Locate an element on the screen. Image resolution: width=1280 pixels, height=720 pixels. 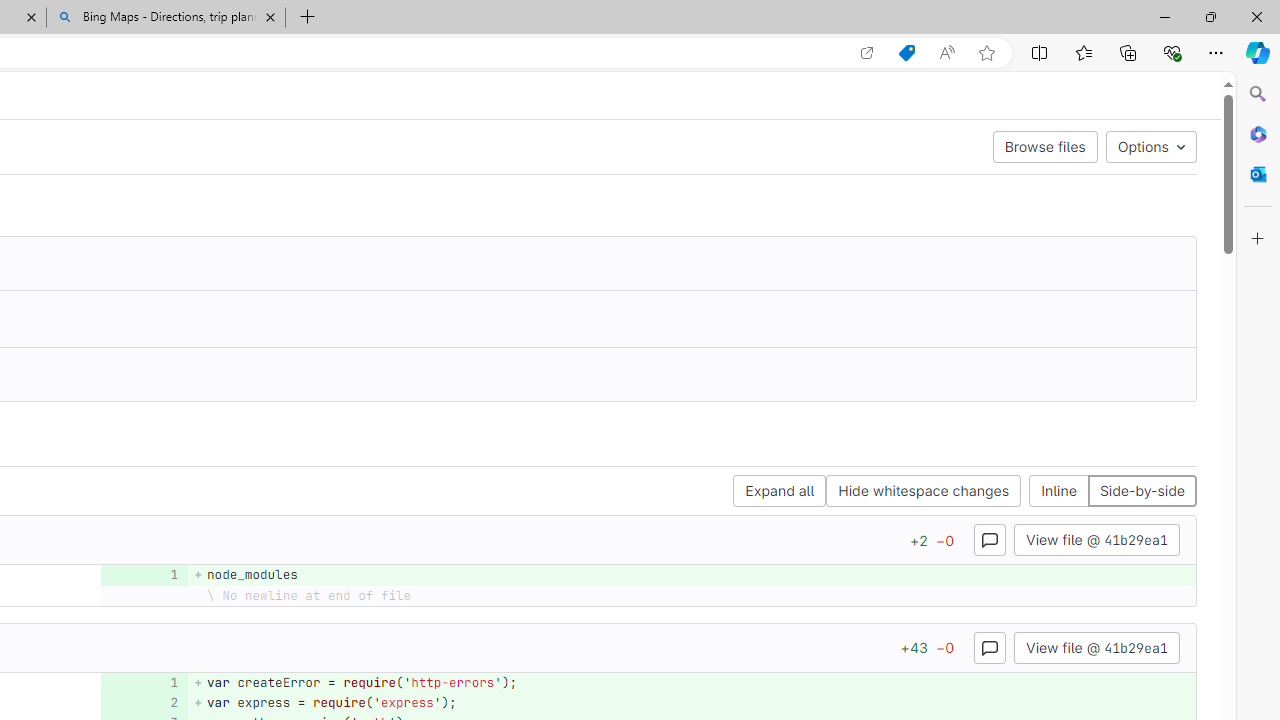
'Add a comment to this line 2' is located at coordinates (143, 701).